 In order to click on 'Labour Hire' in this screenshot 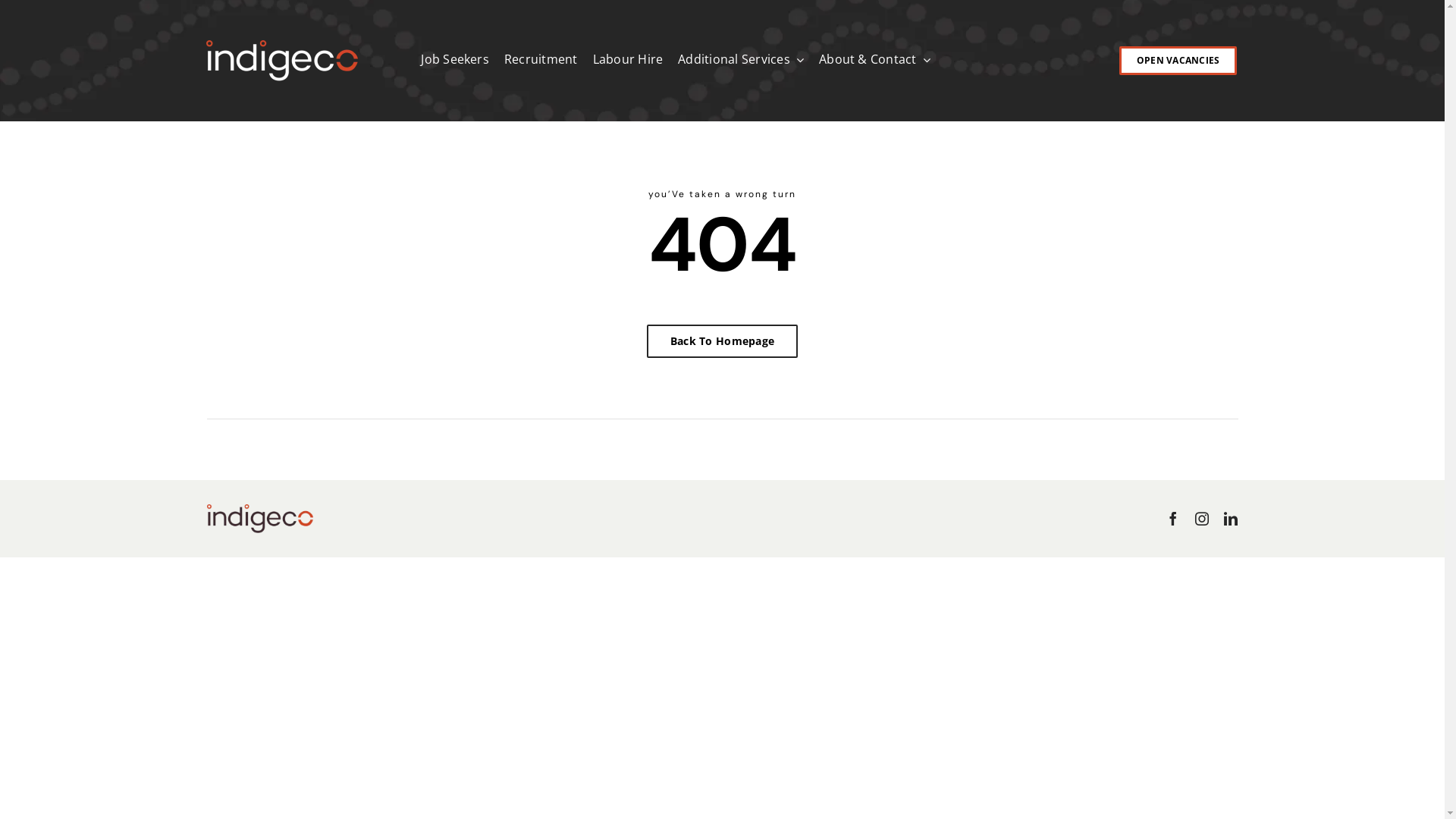, I will do `click(592, 60)`.